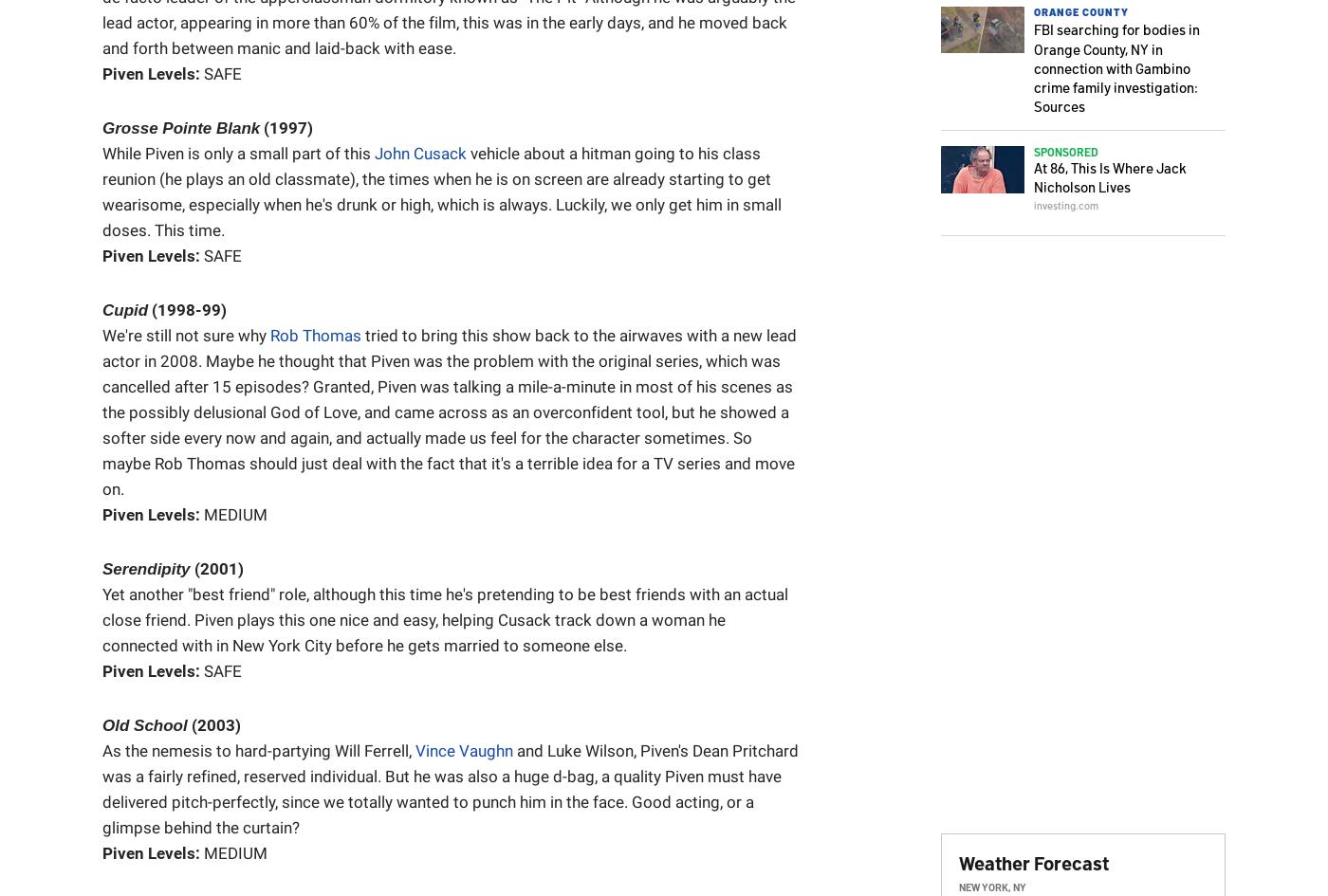  Describe the element at coordinates (101, 411) in the screenshot. I see `'tried to bring this show back to the airwaves with a new lead actor in 2008. Maybe he thought that Piven was the problem with the original series, which was cancelled after 15 episodes? Granted, Piven was talking a mile-a-minute in most of his scenes as the possibly delusional God of Love, and came across as an overconfident tool, but he showed a softer side every now and again, and actually made us feel for the character sometimes. So maybe Rob Thomas should just deal with the fact that it's a terrible idea for a TV series and move on.'` at that location.